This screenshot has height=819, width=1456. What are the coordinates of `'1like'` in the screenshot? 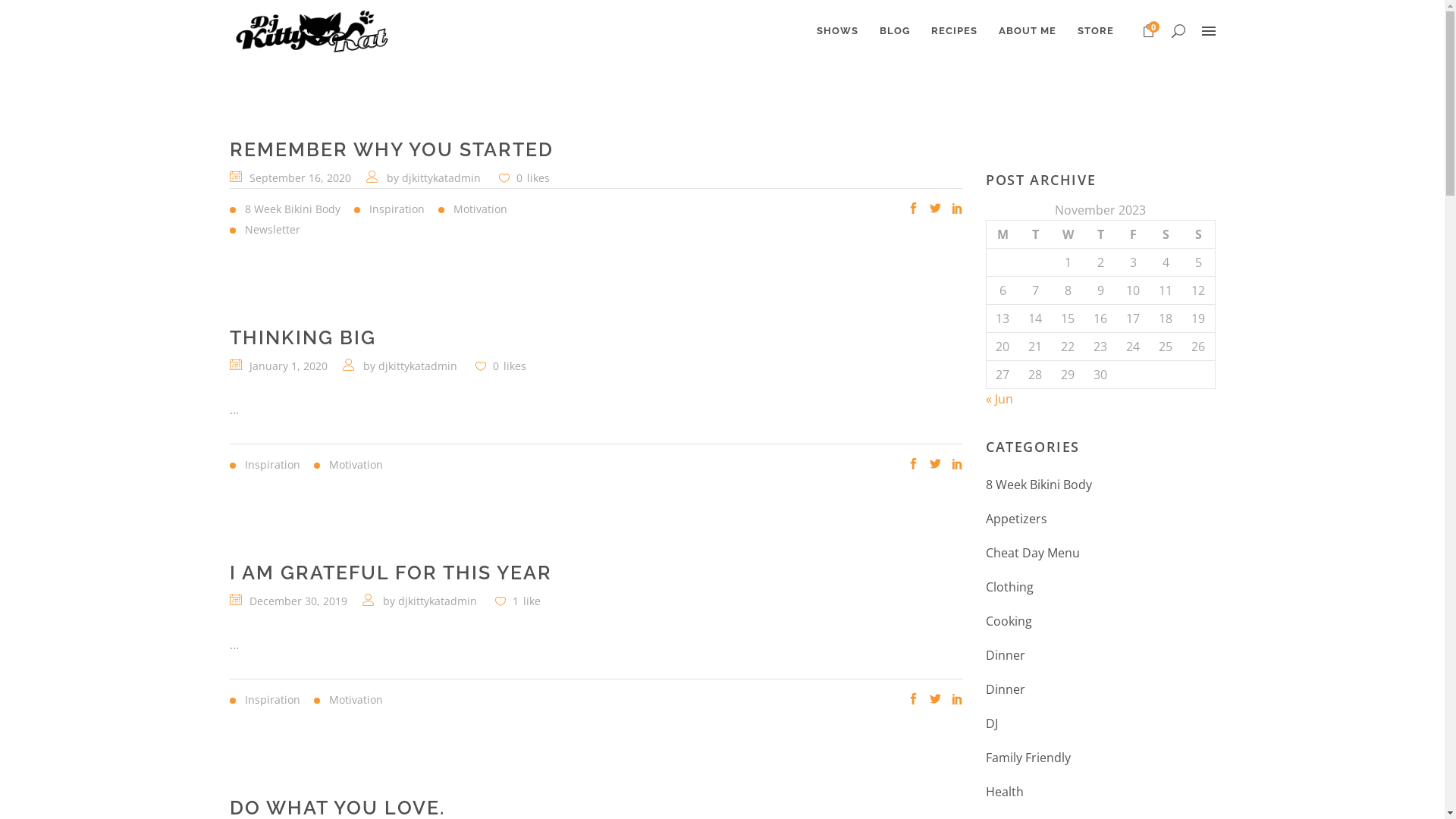 It's located at (516, 600).